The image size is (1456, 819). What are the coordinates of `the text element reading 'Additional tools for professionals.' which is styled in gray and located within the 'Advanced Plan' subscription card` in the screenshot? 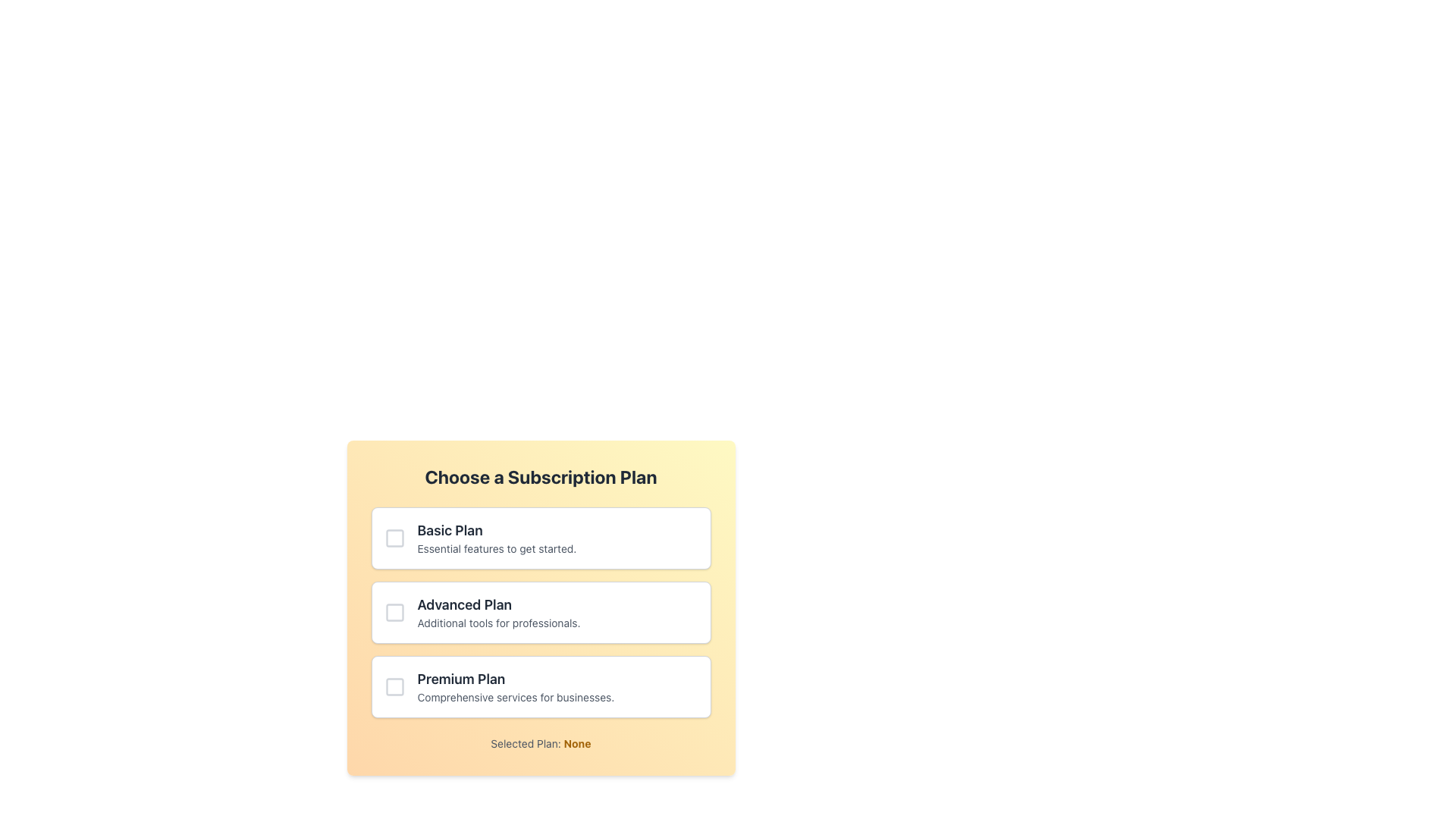 It's located at (557, 623).